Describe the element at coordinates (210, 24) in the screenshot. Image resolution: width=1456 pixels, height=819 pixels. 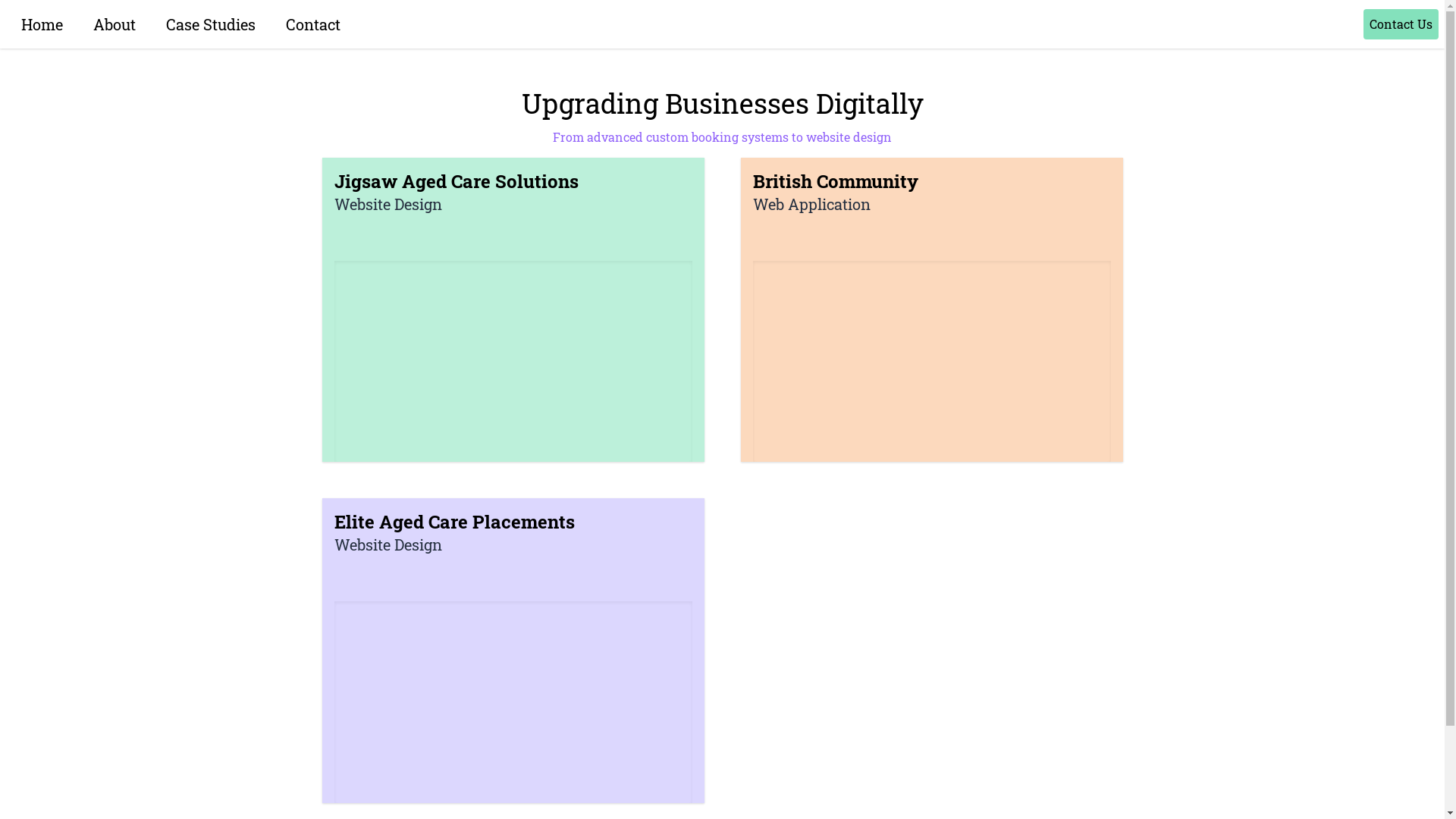
I see `'Case Studies'` at that location.